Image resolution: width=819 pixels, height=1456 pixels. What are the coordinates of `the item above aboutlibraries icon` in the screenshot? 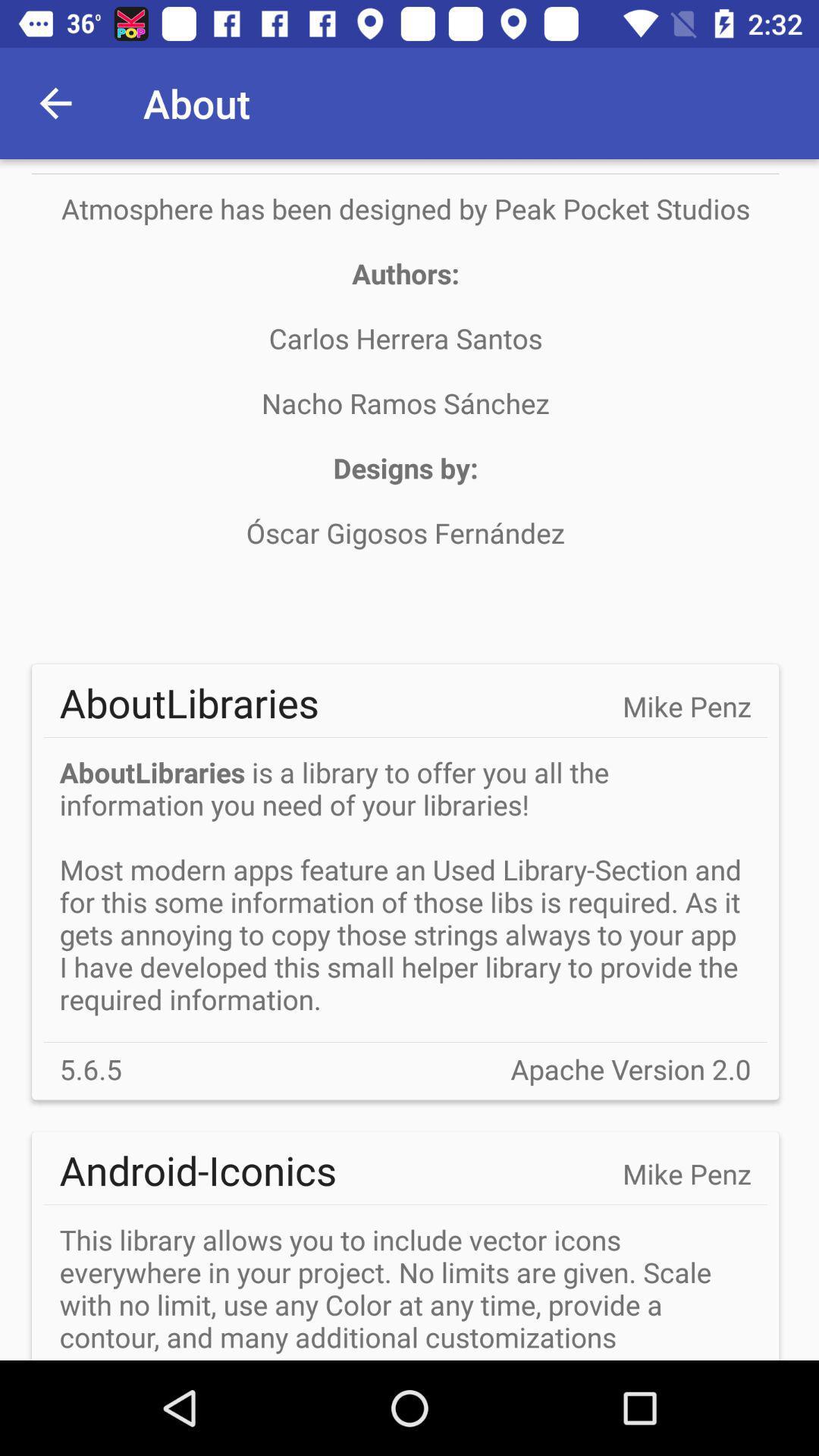 It's located at (404, 403).